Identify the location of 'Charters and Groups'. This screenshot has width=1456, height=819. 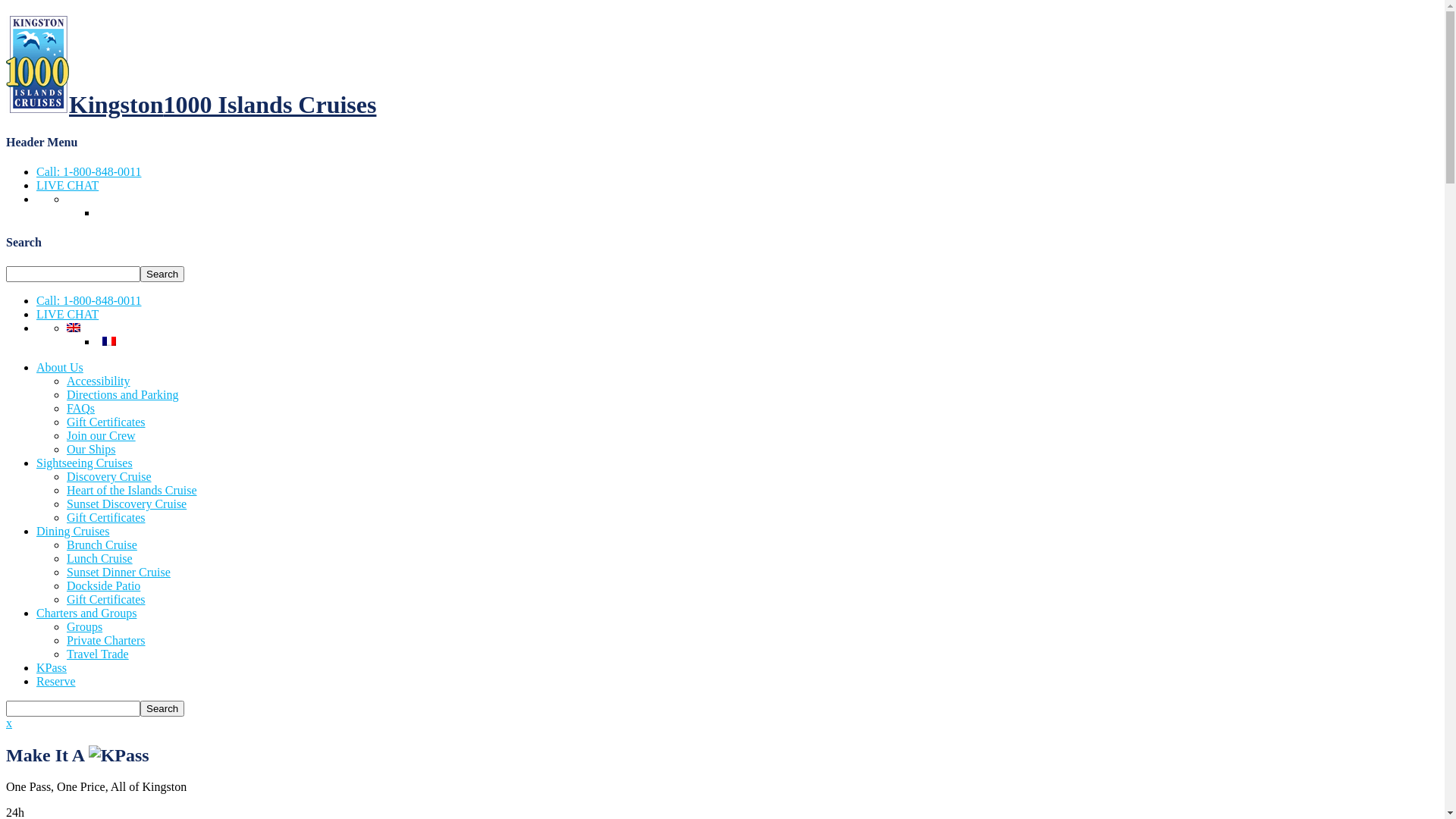
(86, 612).